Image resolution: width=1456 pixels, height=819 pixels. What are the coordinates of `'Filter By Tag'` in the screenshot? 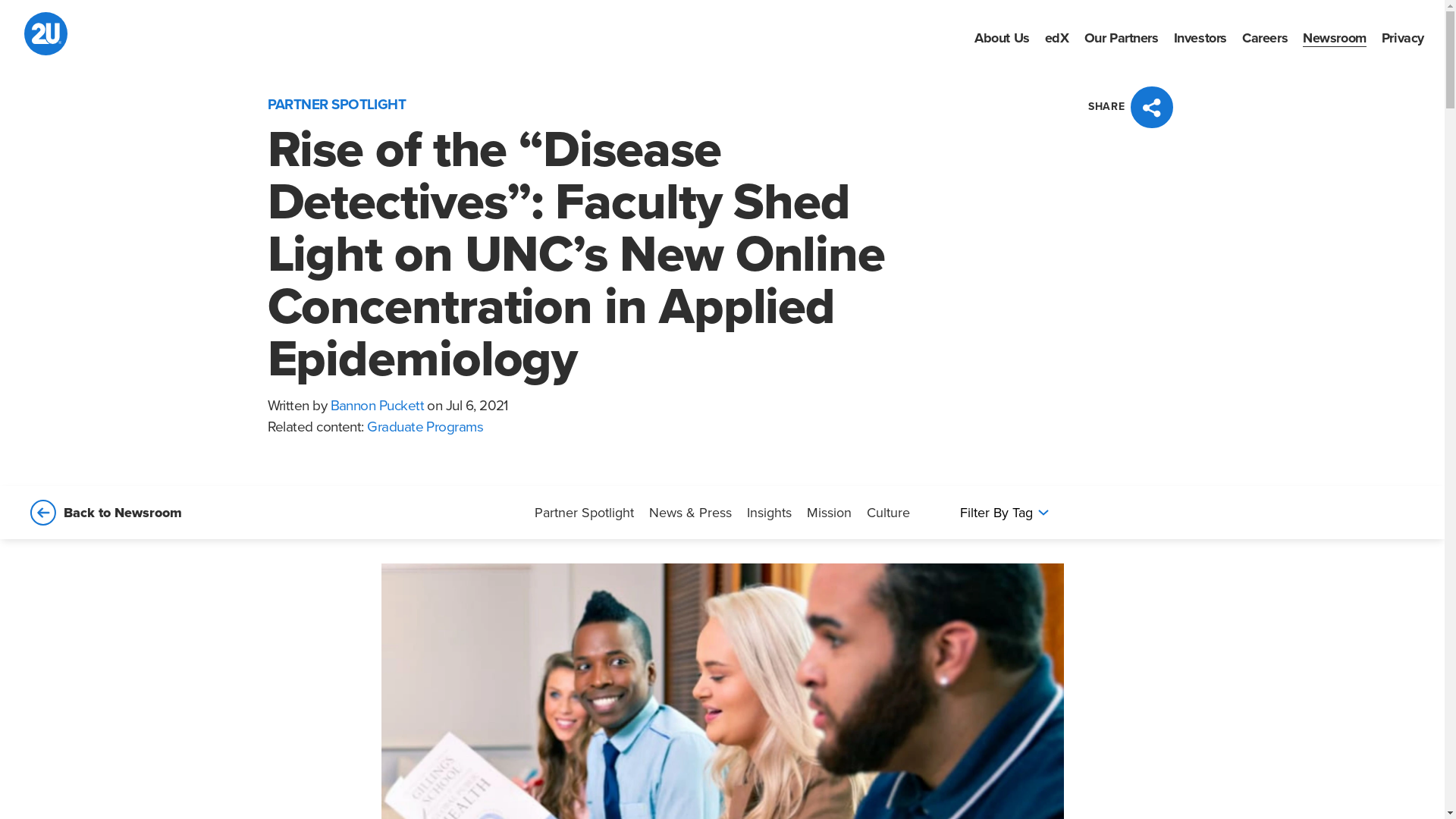 It's located at (1003, 512).